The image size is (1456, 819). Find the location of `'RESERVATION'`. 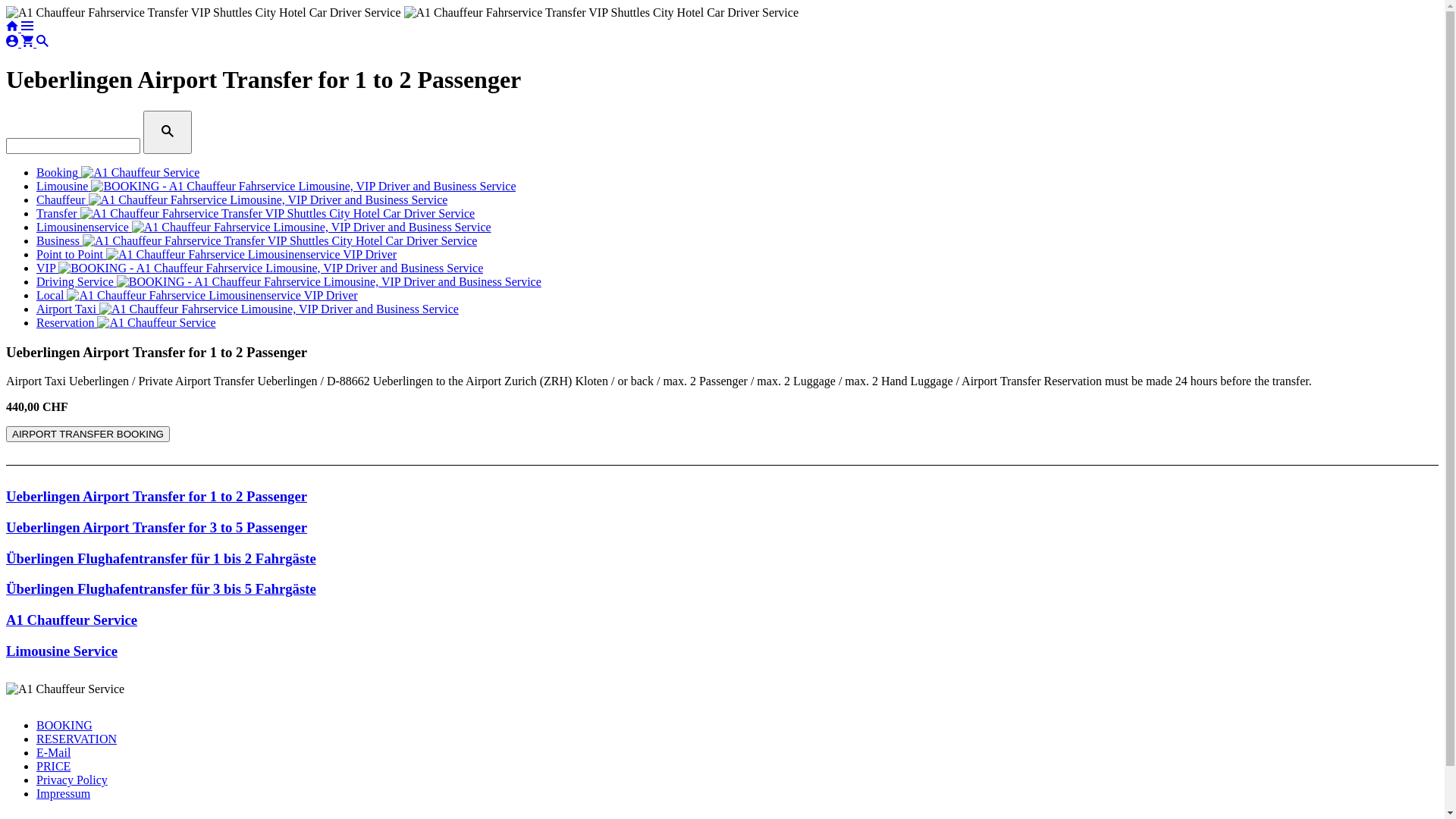

'RESERVATION' is located at coordinates (36, 738).